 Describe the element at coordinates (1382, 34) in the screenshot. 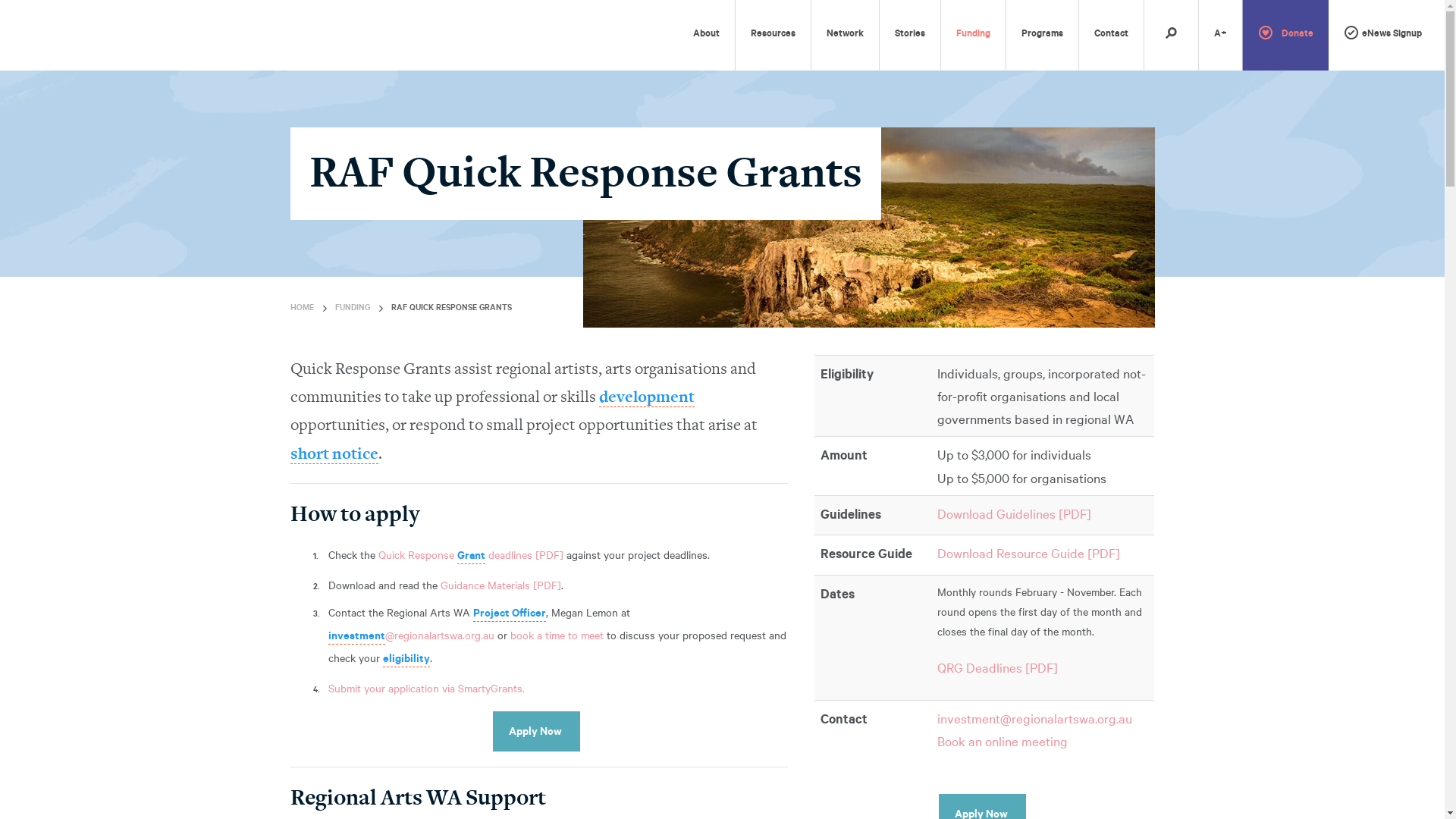

I see `'eNews Signup'` at that location.